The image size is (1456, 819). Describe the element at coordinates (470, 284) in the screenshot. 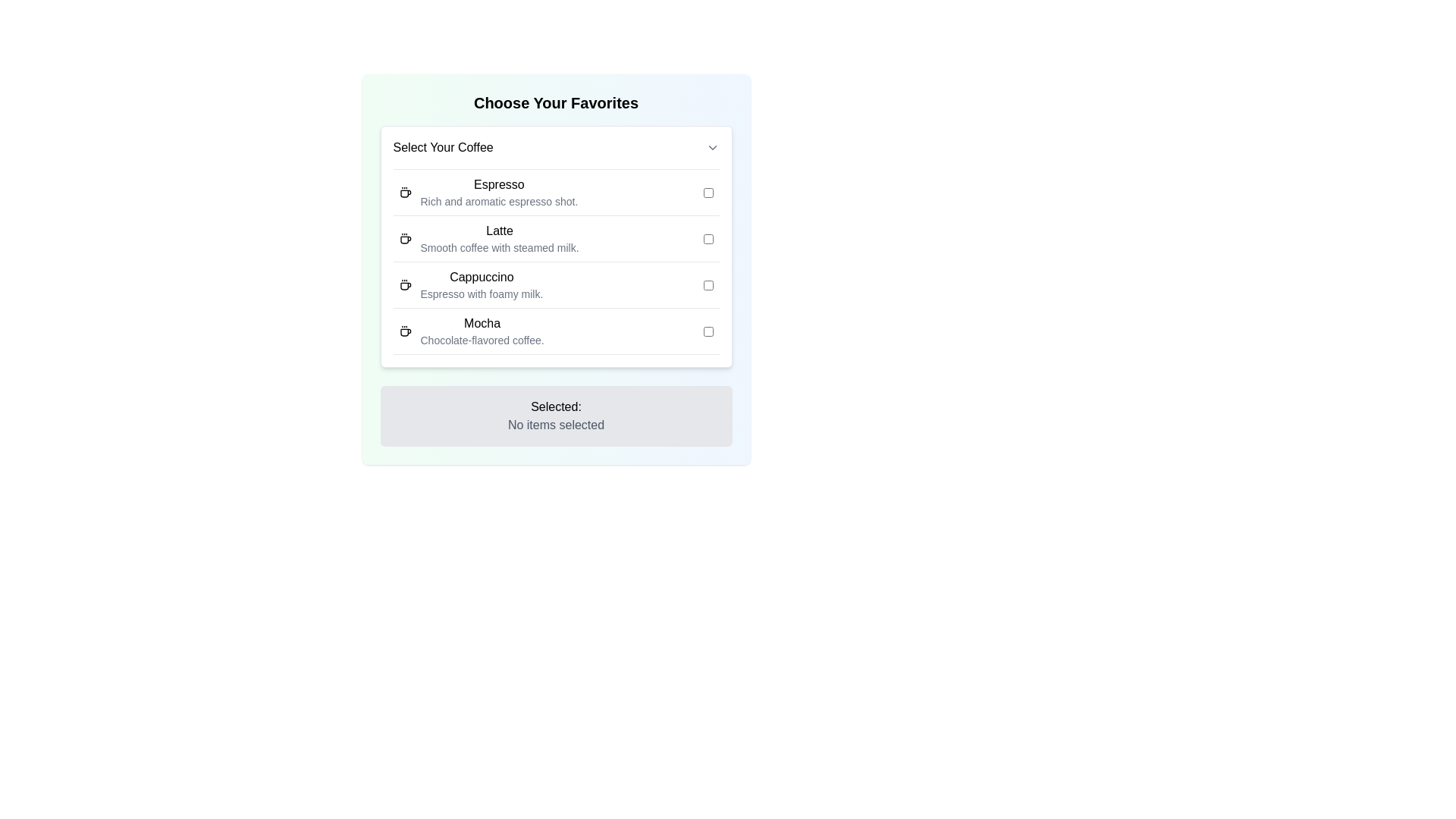

I see `the 'Cappuccino' coffee option` at that location.